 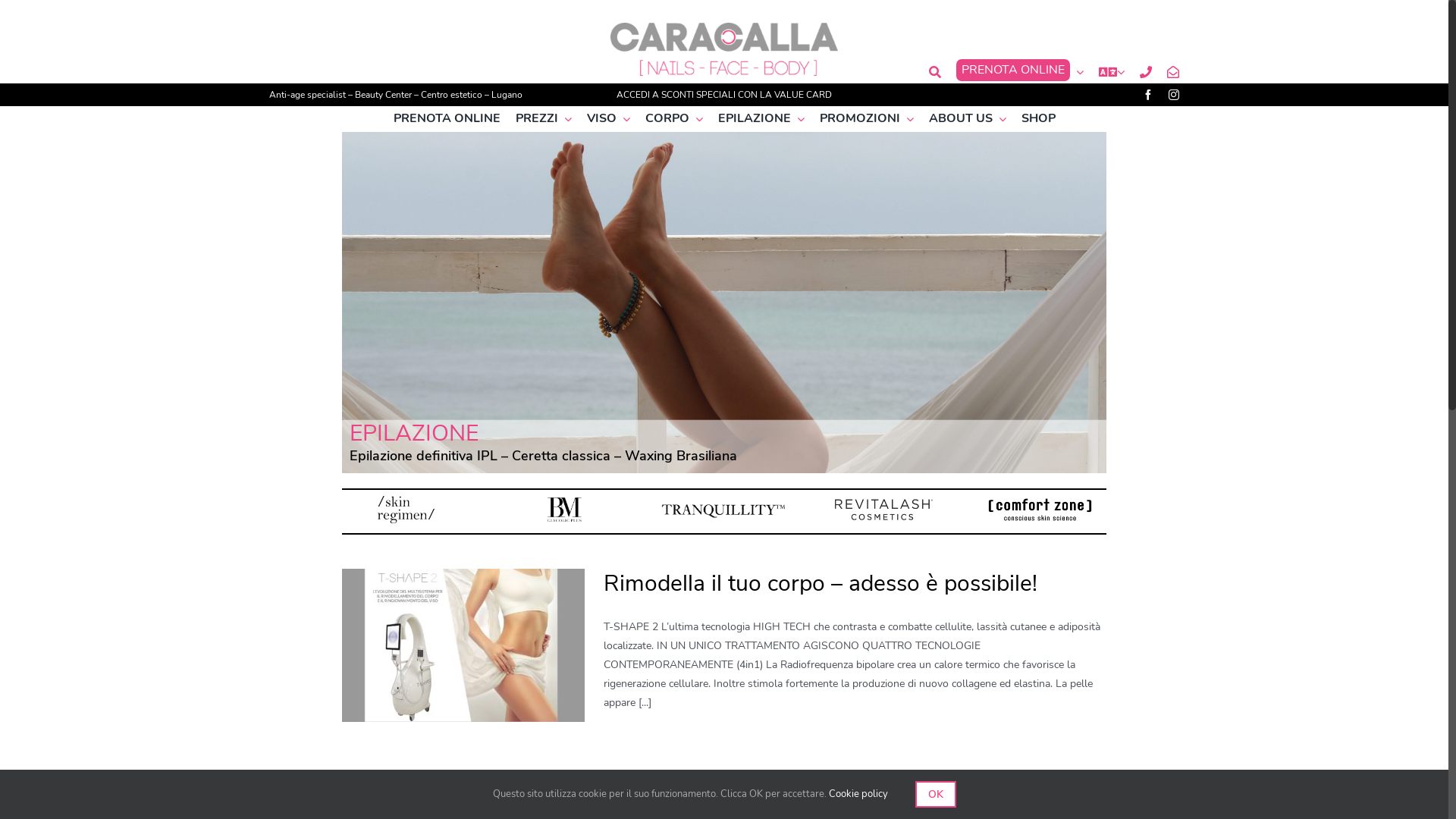 I want to click on 'PREZZI', so click(x=543, y=118).